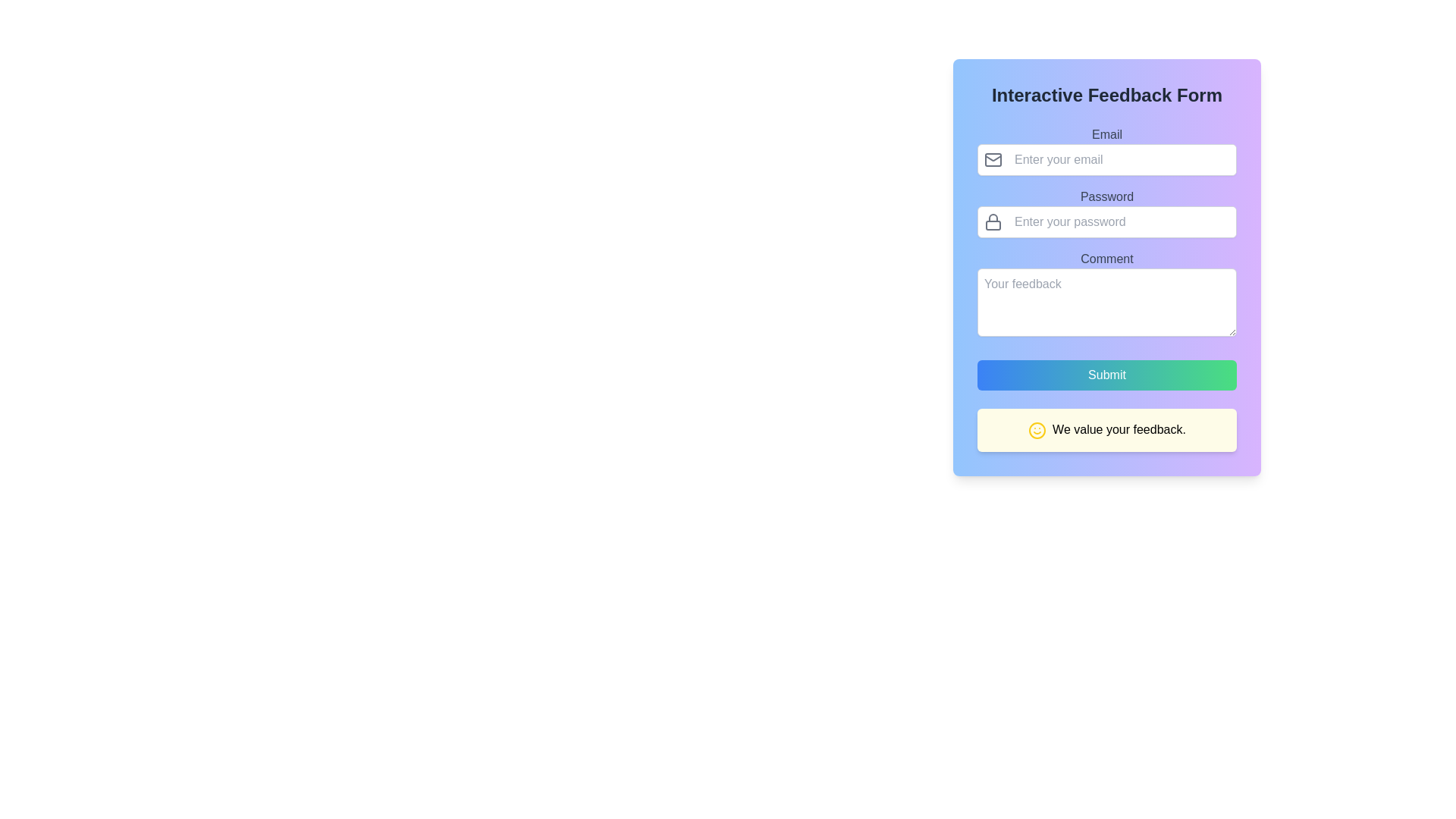  What do you see at coordinates (1106, 196) in the screenshot?
I see `the 'Password' label text, which is displayed in gray color above the password input field in the interactive feedback form` at bounding box center [1106, 196].